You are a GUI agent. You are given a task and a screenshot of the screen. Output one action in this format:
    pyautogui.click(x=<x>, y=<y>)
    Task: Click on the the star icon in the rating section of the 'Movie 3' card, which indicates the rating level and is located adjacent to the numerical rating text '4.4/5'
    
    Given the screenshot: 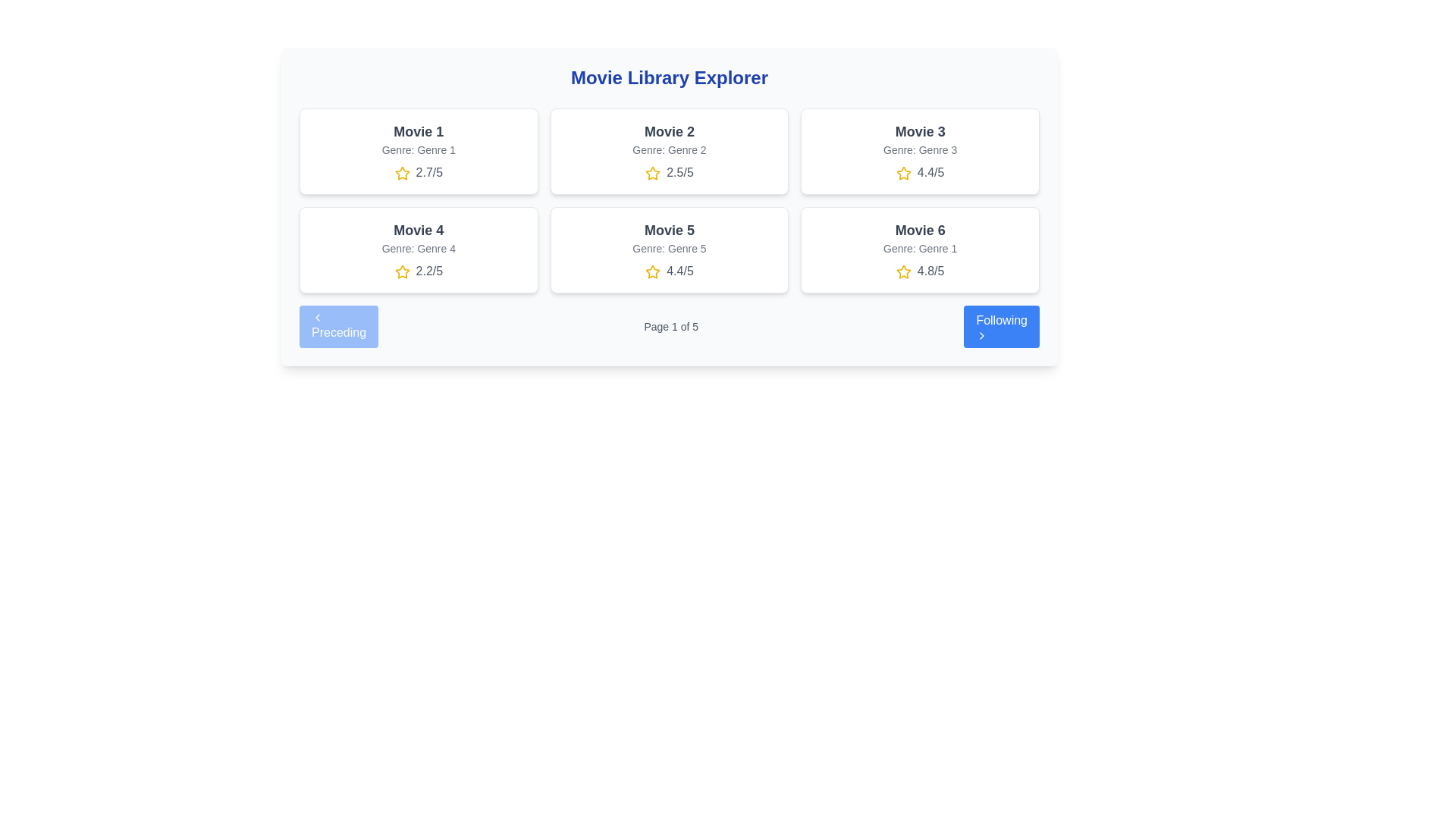 What is the action you would take?
    pyautogui.click(x=903, y=172)
    